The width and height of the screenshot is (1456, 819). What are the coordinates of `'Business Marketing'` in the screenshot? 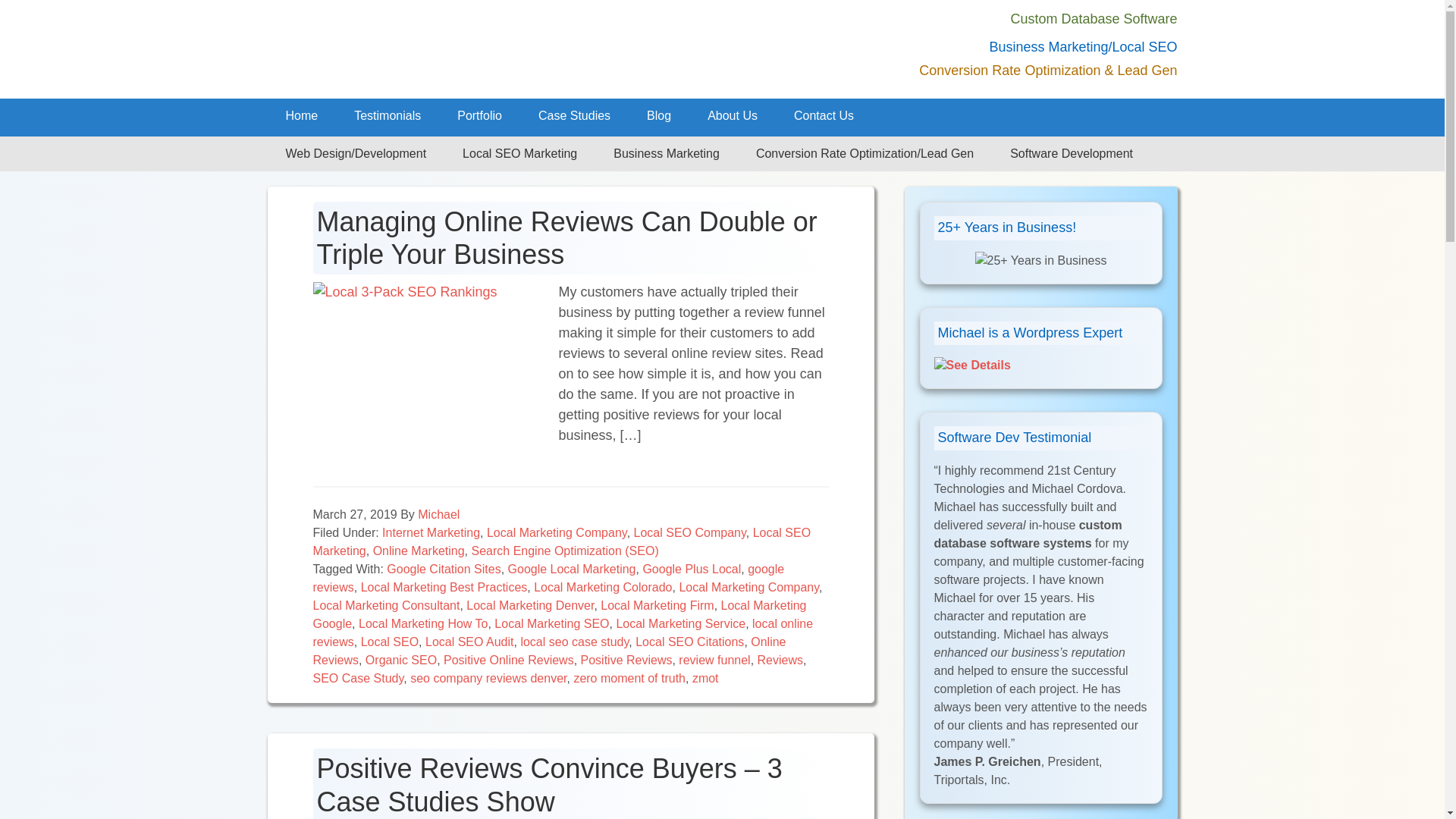 It's located at (666, 154).